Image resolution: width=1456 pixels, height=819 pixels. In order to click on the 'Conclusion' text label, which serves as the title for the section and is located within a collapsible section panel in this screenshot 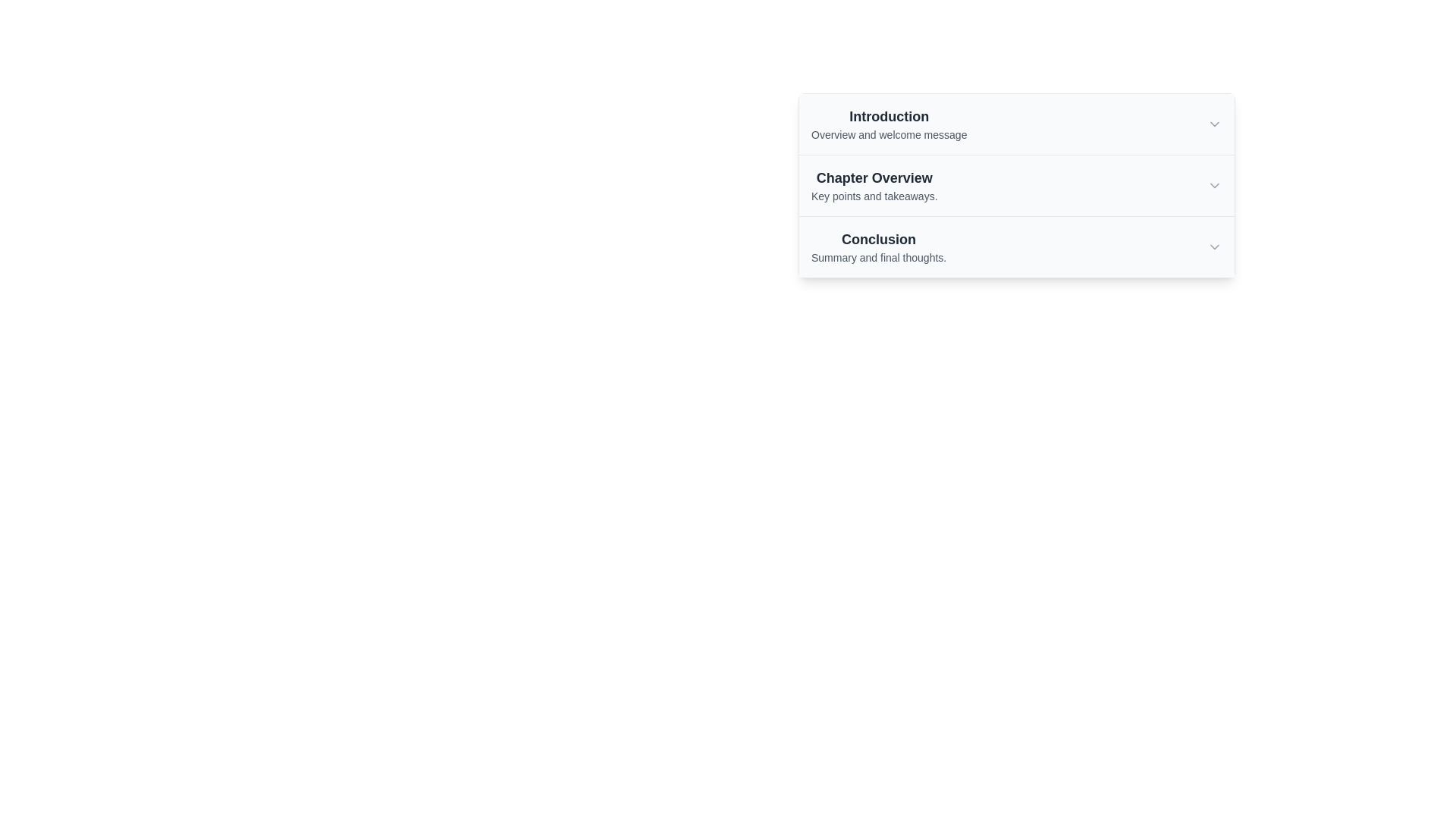, I will do `click(879, 239)`.